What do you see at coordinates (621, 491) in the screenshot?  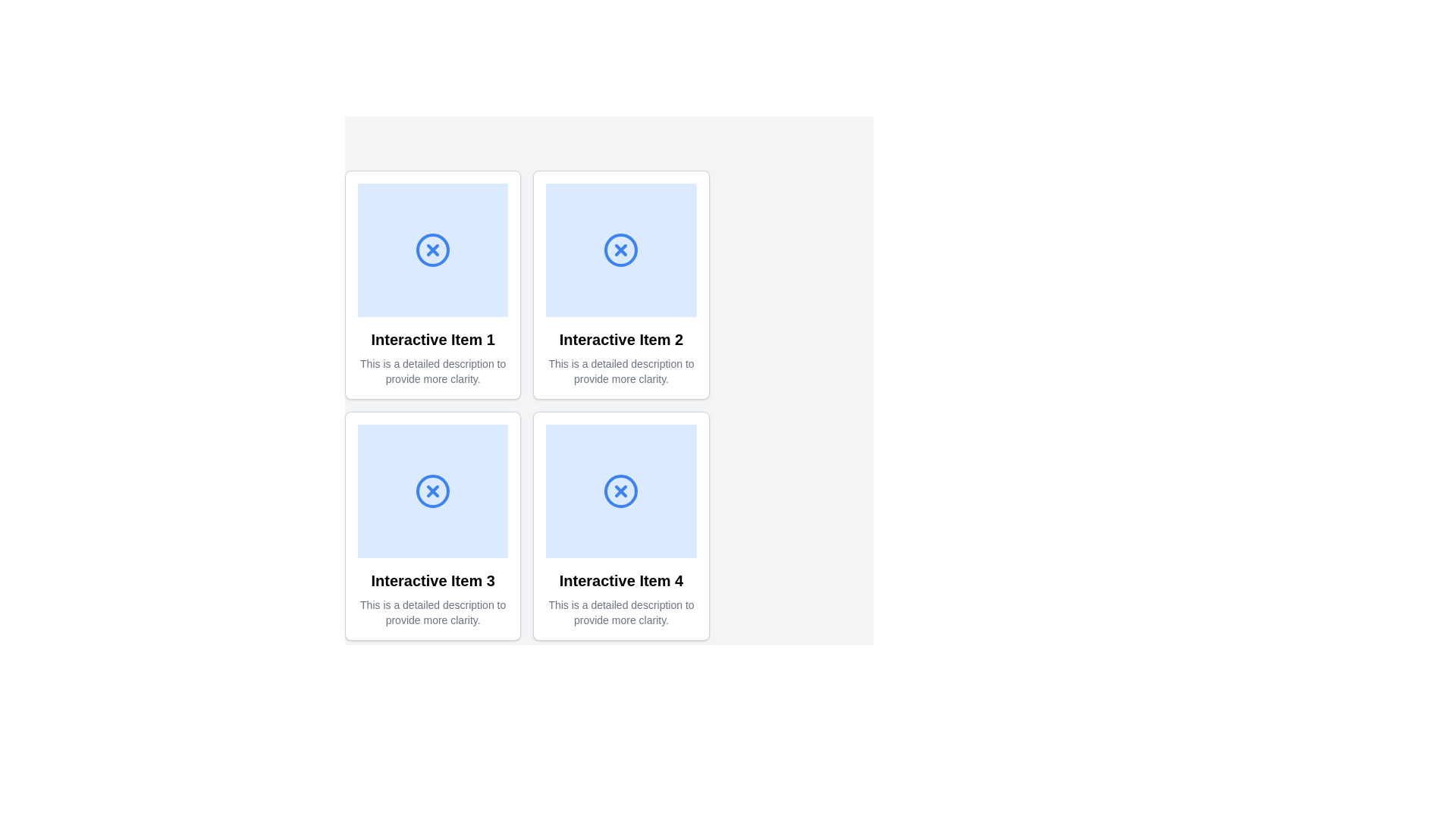 I see `the small cross ('X') icon within the circular blue button located in the bottom-right card of the 2x2 grid labeled 'Interactive Item 4'` at bounding box center [621, 491].